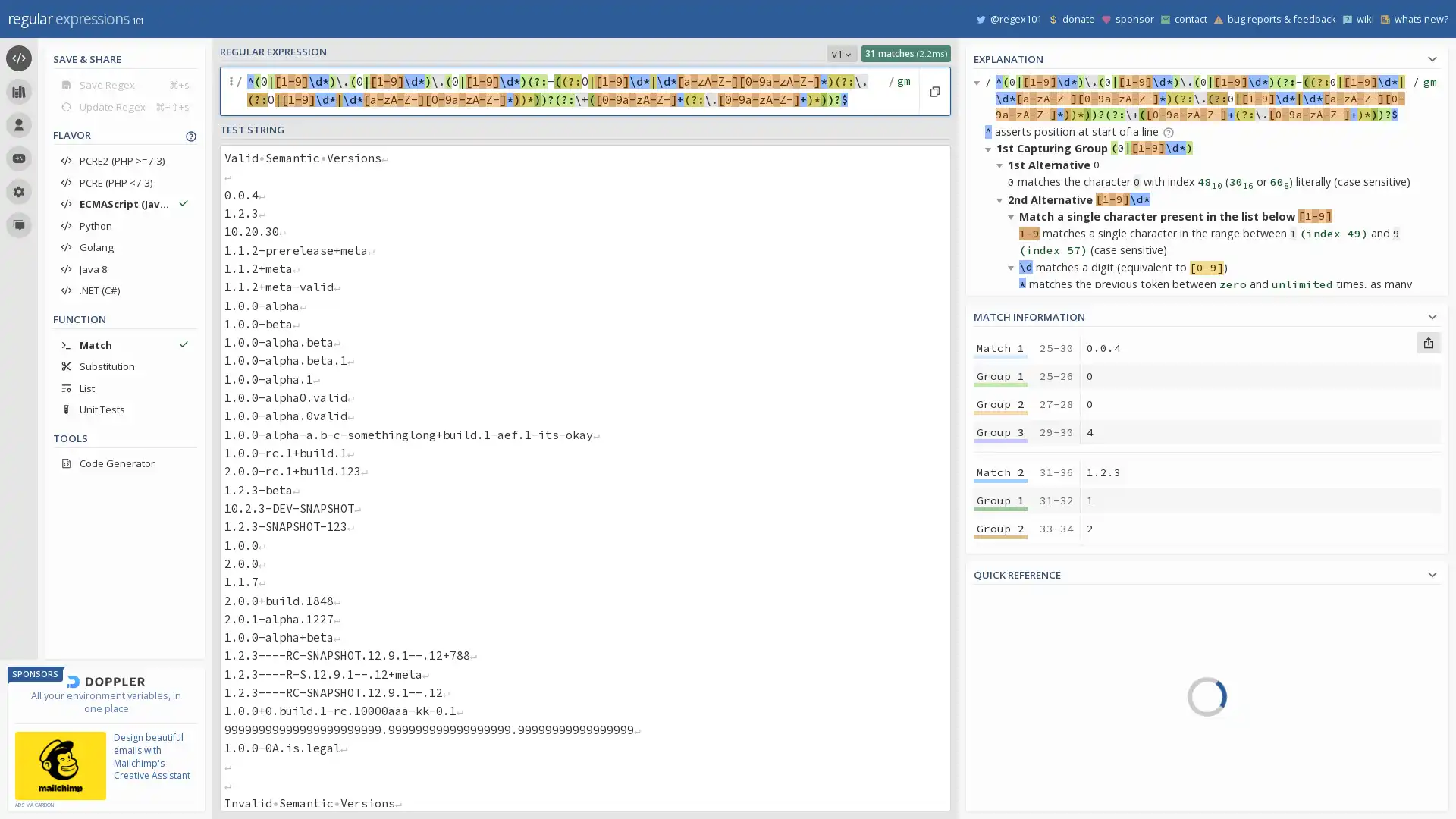  Describe the element at coordinates (124, 387) in the screenshot. I see `List` at that location.